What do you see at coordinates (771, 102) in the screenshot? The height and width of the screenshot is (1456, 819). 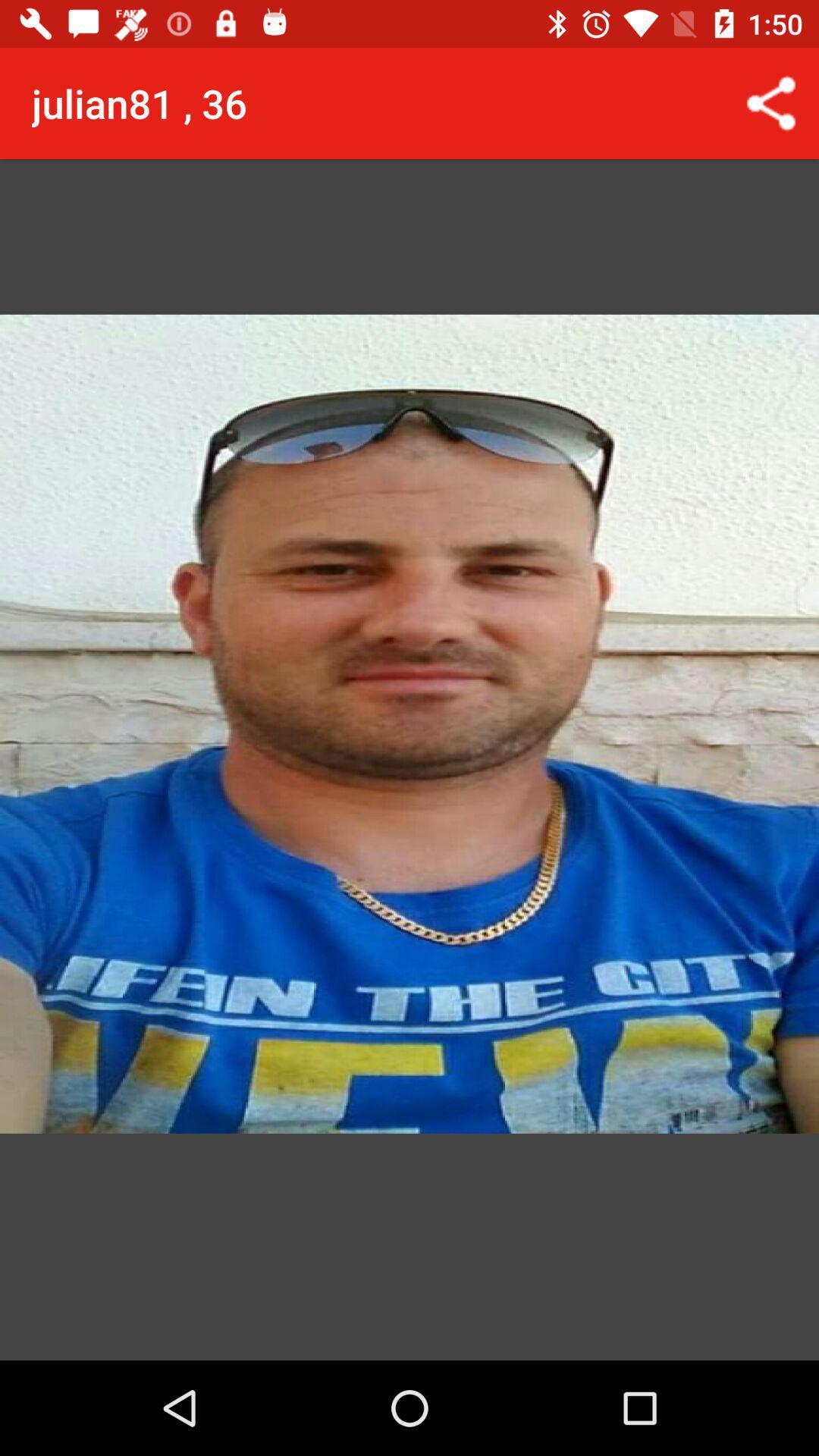 I see `the icon to the right of the julian81 , 36 icon` at bounding box center [771, 102].